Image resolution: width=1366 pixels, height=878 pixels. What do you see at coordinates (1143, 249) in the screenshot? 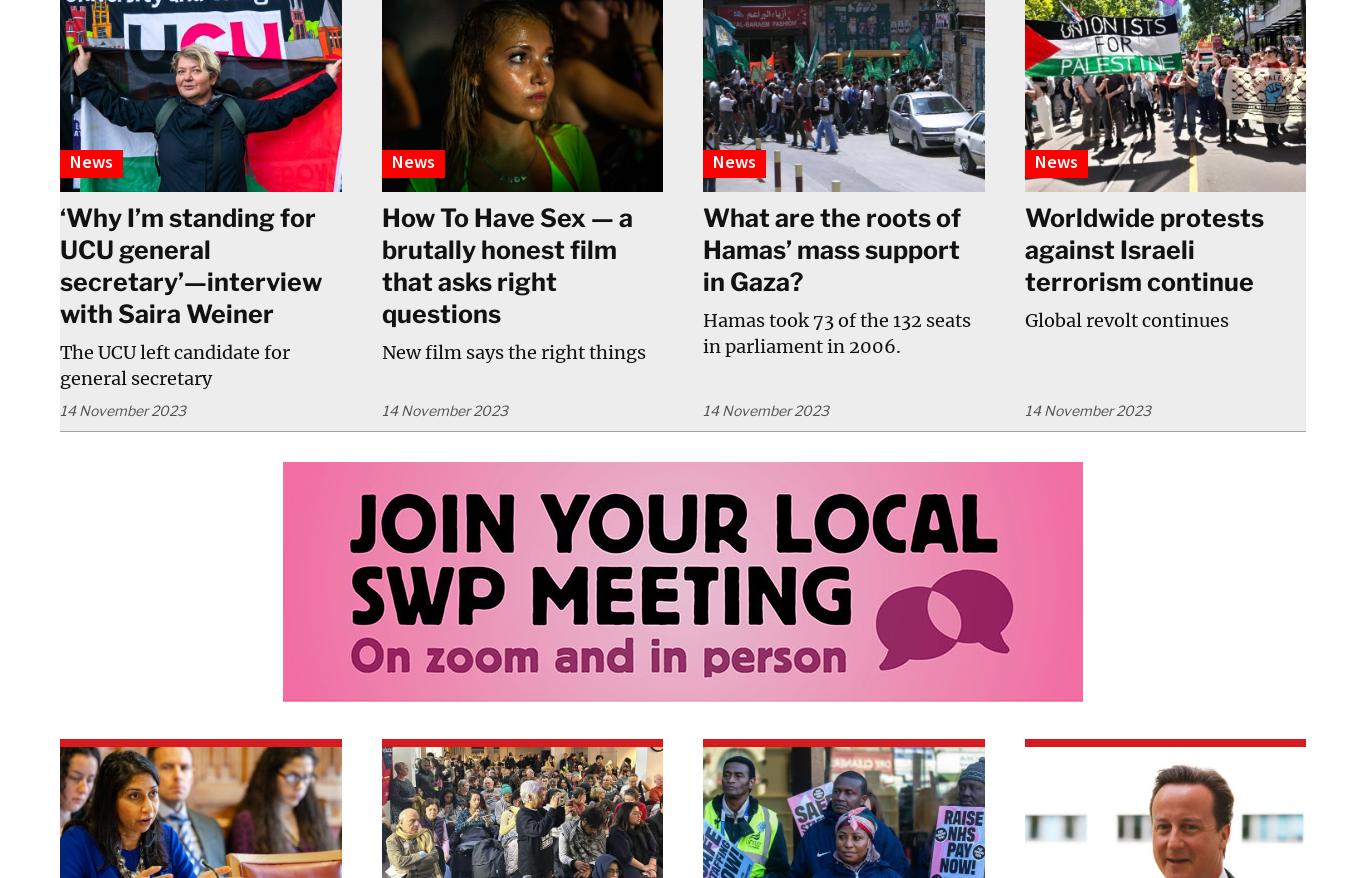
I see `'Worldwide protests against Israeli terrorism continue'` at bounding box center [1143, 249].